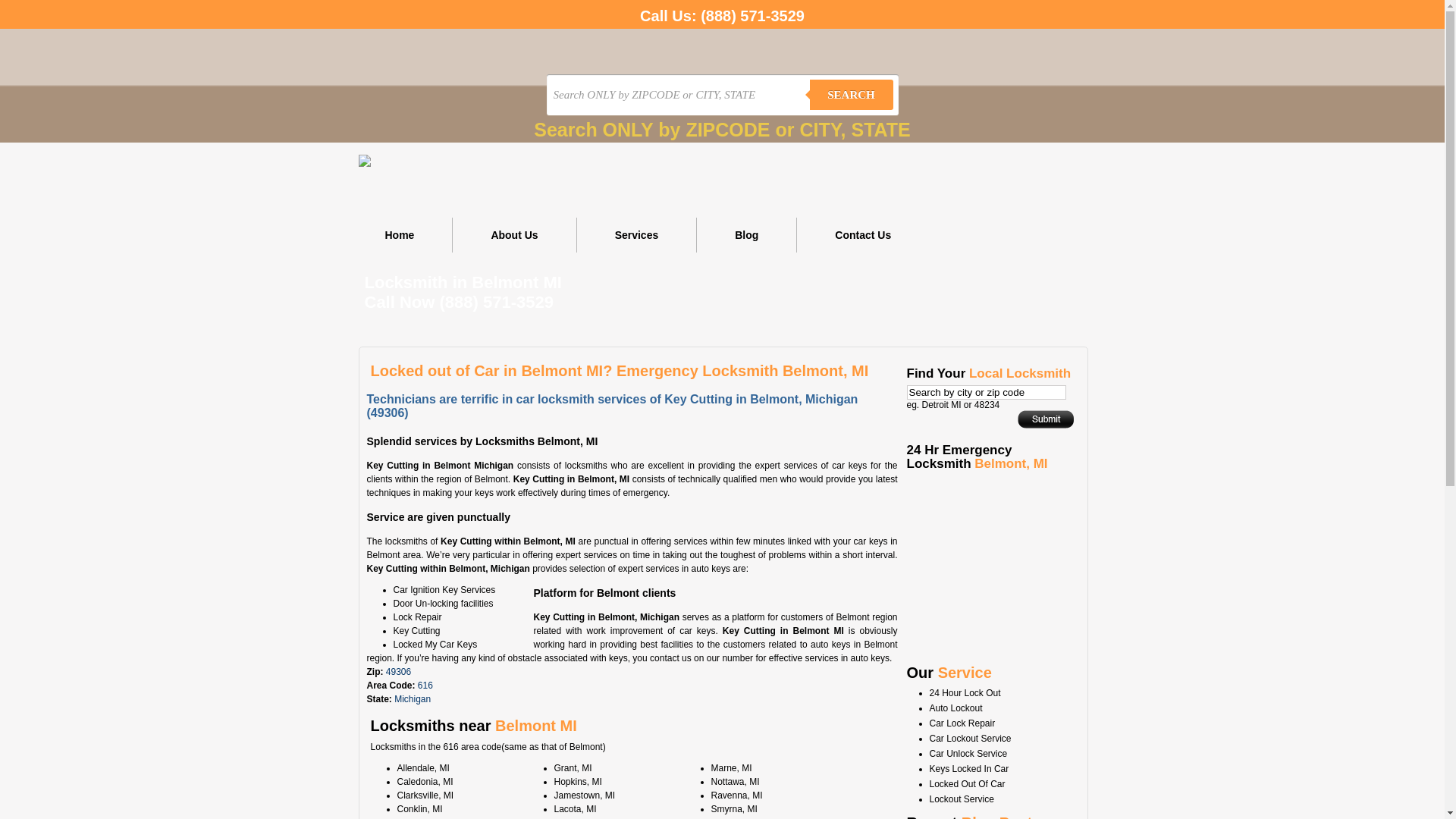  I want to click on 'Lacota, MI', so click(574, 808).